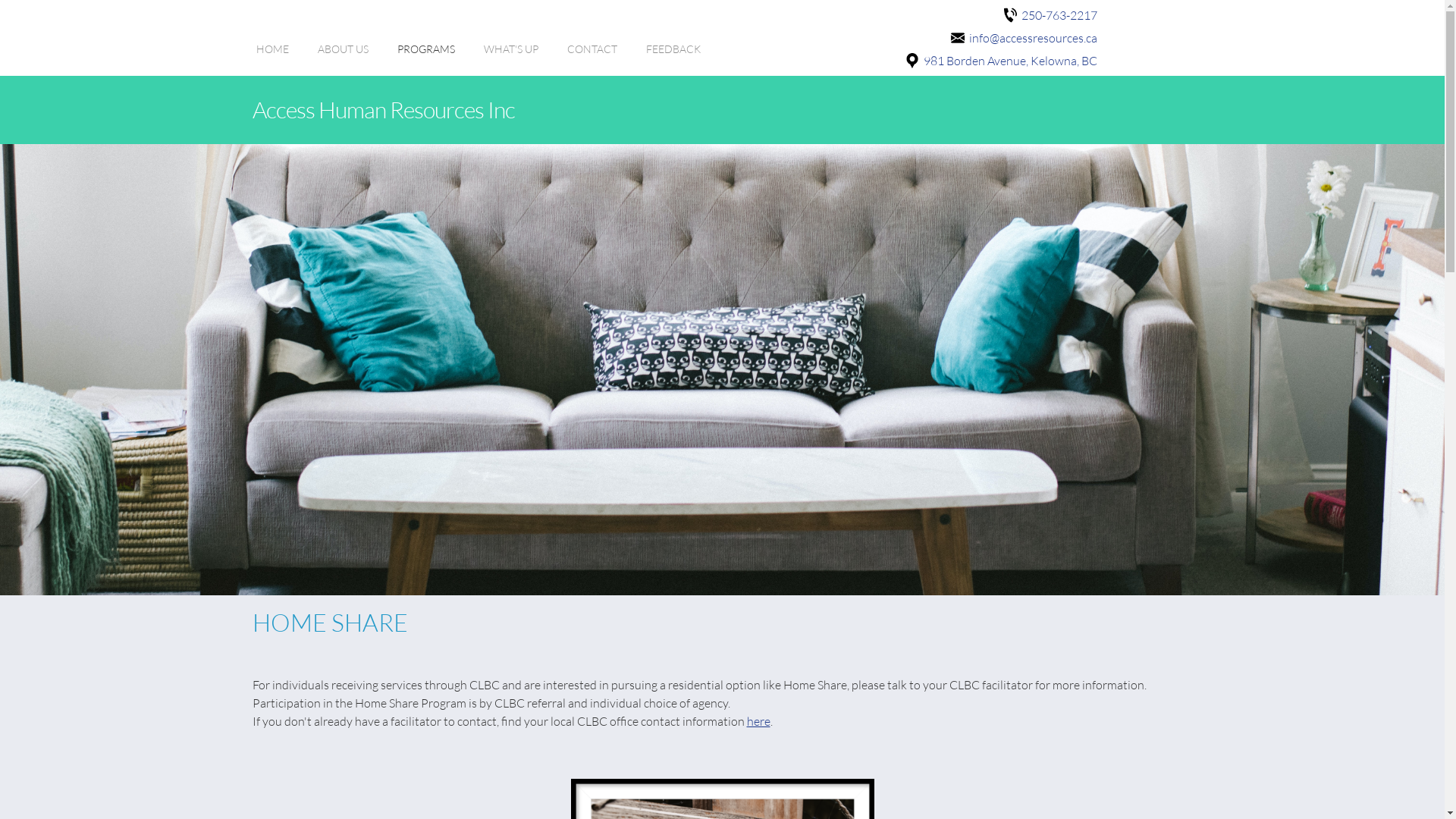 Image resolution: width=1456 pixels, height=819 pixels. Describe the element at coordinates (510, 55) in the screenshot. I see `'WHAT'S UP'` at that location.